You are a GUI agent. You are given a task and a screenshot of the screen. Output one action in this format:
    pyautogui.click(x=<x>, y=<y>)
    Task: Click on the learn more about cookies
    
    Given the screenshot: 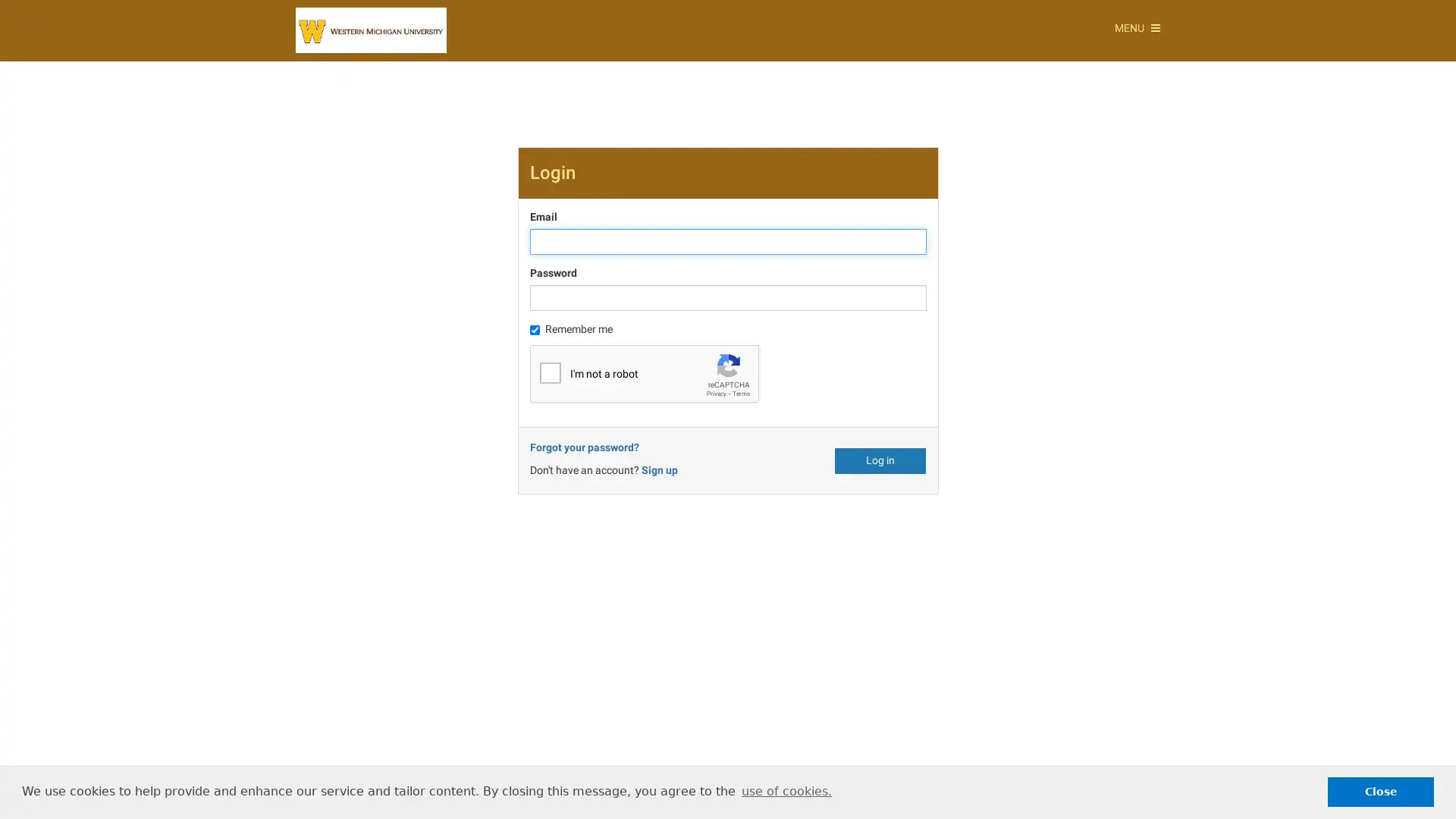 What is the action you would take?
    pyautogui.click(x=786, y=791)
    